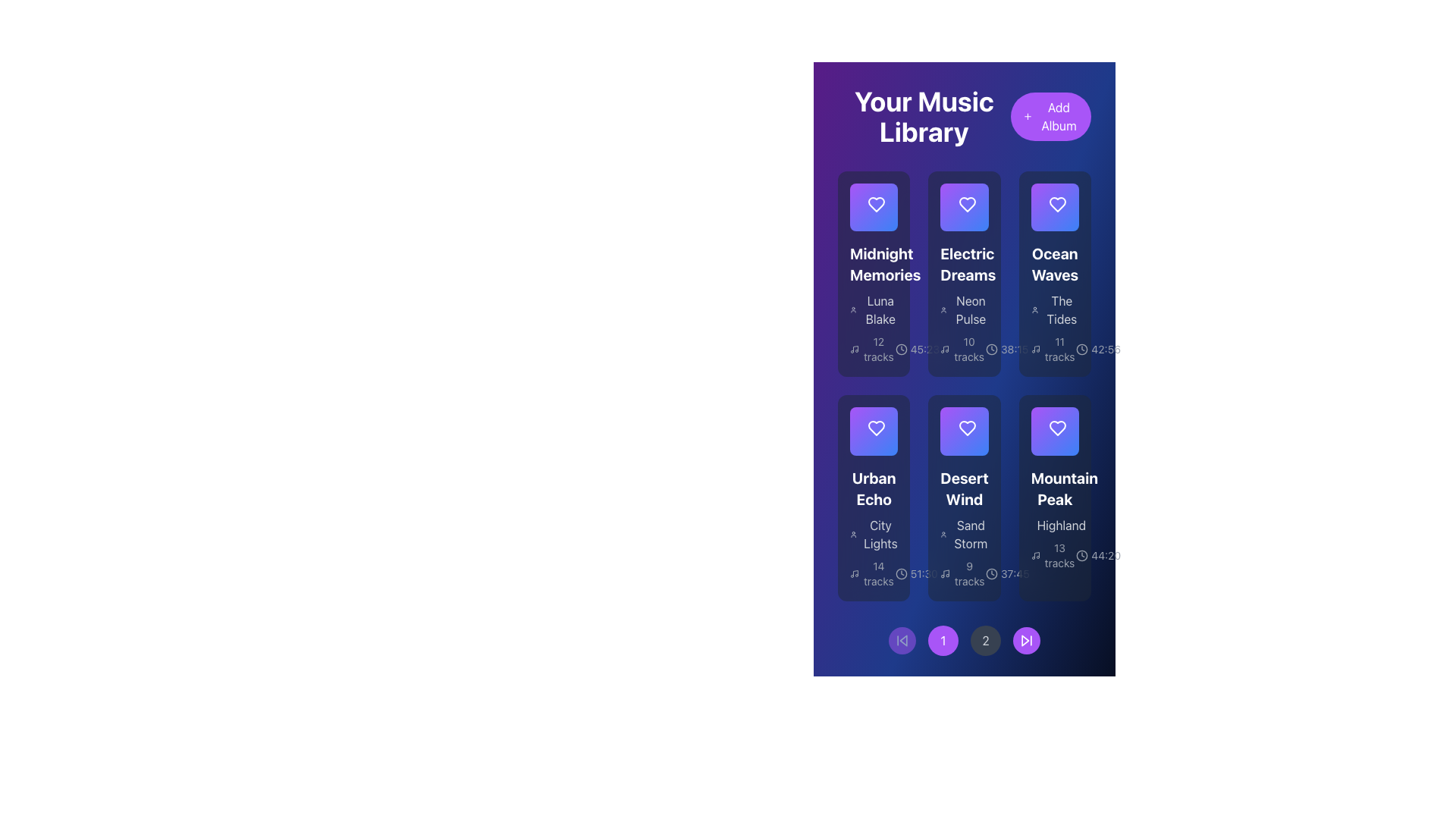 This screenshot has height=819, width=1456. I want to click on the music icon located below the album 'Electric Dreams' in the second column of the grid, which visually indicates the number of tracks in the associated album, so click(944, 350).